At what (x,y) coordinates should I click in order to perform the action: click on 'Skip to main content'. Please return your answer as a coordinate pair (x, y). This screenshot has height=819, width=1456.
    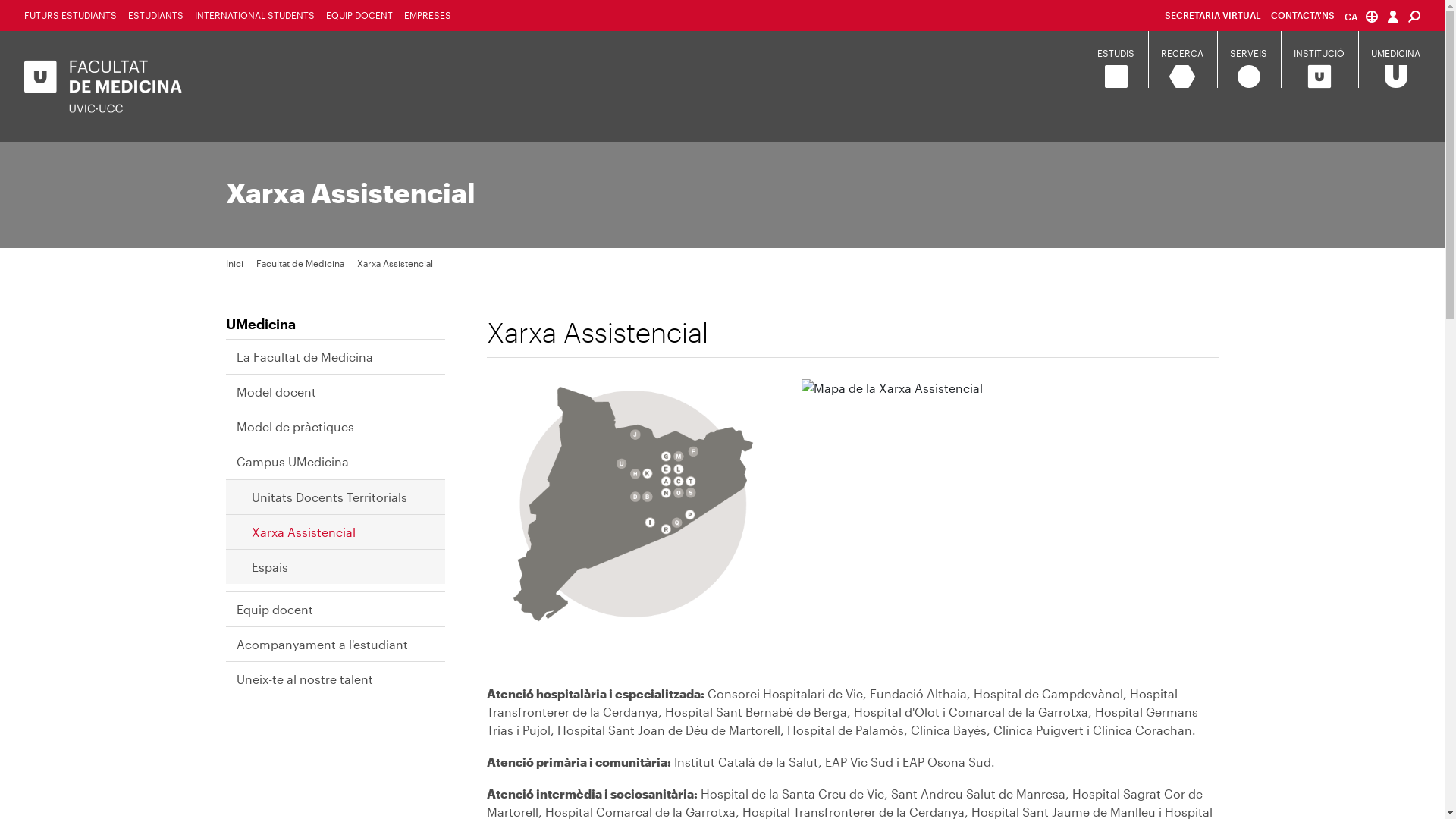
    Looking at the image, I should click on (0, 0).